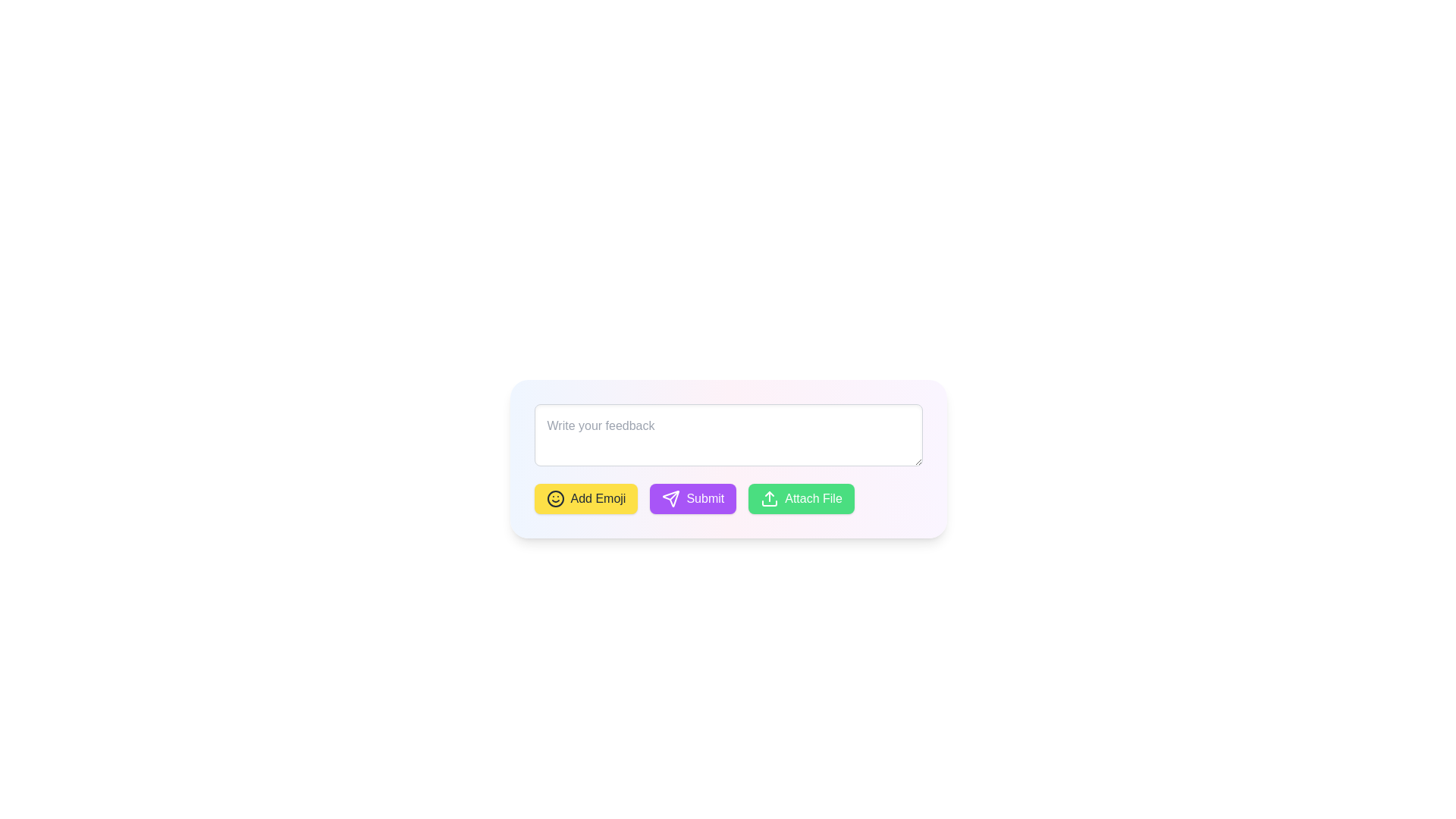 This screenshot has height=819, width=1456. Describe the element at coordinates (670, 499) in the screenshot. I see `the stylized send icon, which resembles a paper plane and is located within the 'Submit' button area at the bottom center of the interface` at that location.